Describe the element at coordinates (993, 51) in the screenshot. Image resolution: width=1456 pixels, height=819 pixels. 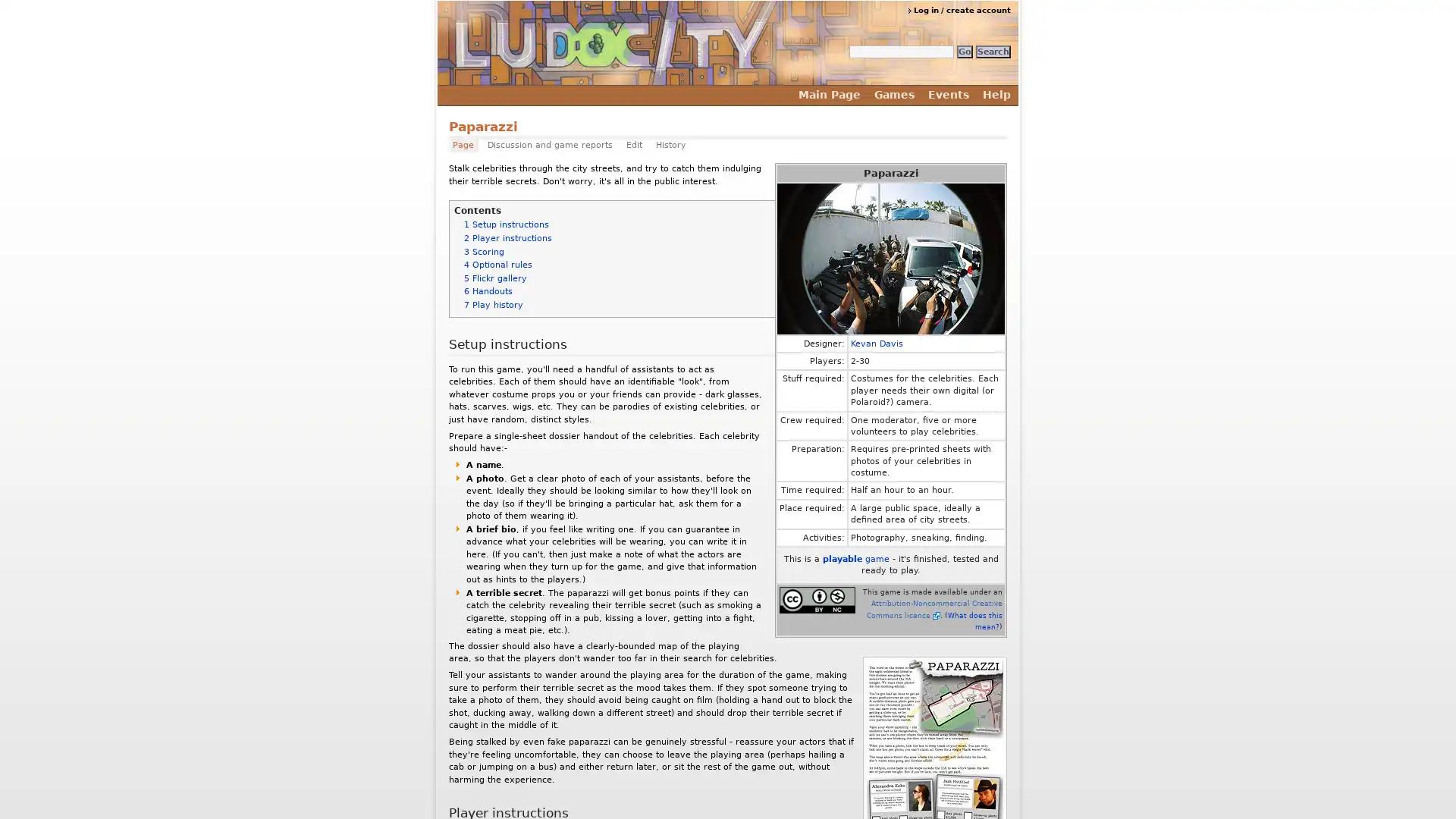
I see `Search` at that location.